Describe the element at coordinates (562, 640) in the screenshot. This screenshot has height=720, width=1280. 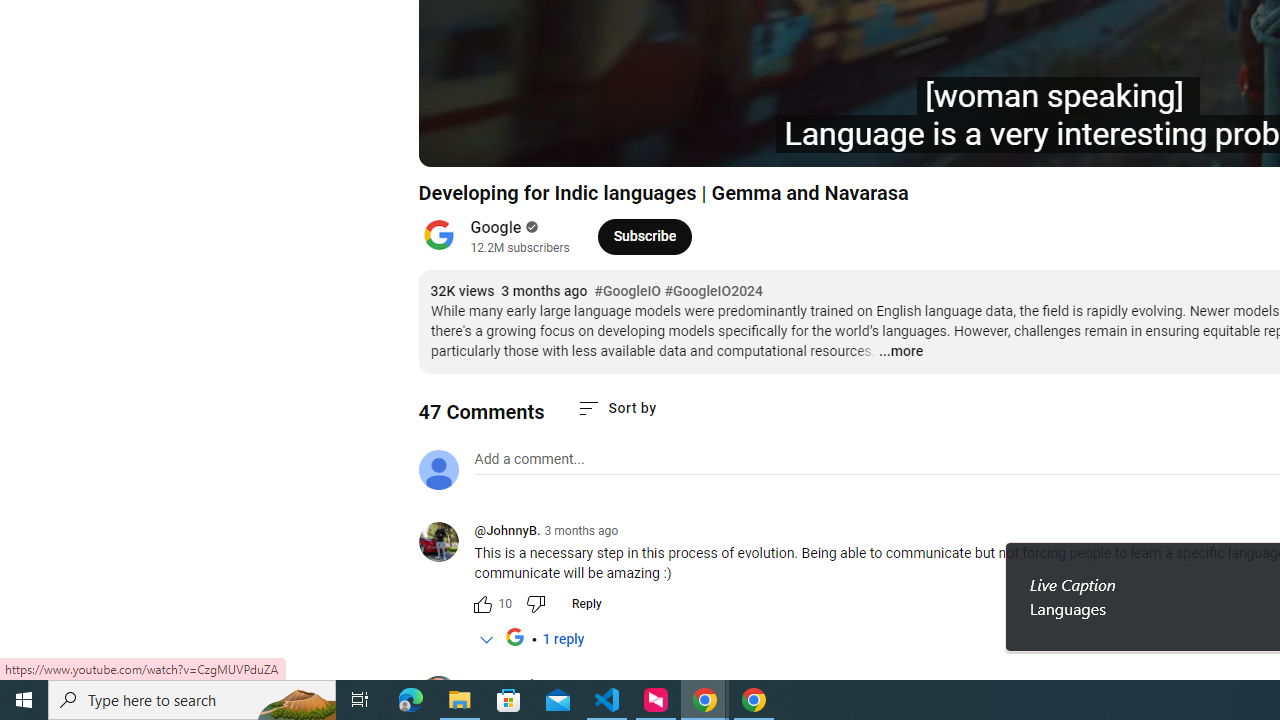
I see `'1 reply'` at that location.